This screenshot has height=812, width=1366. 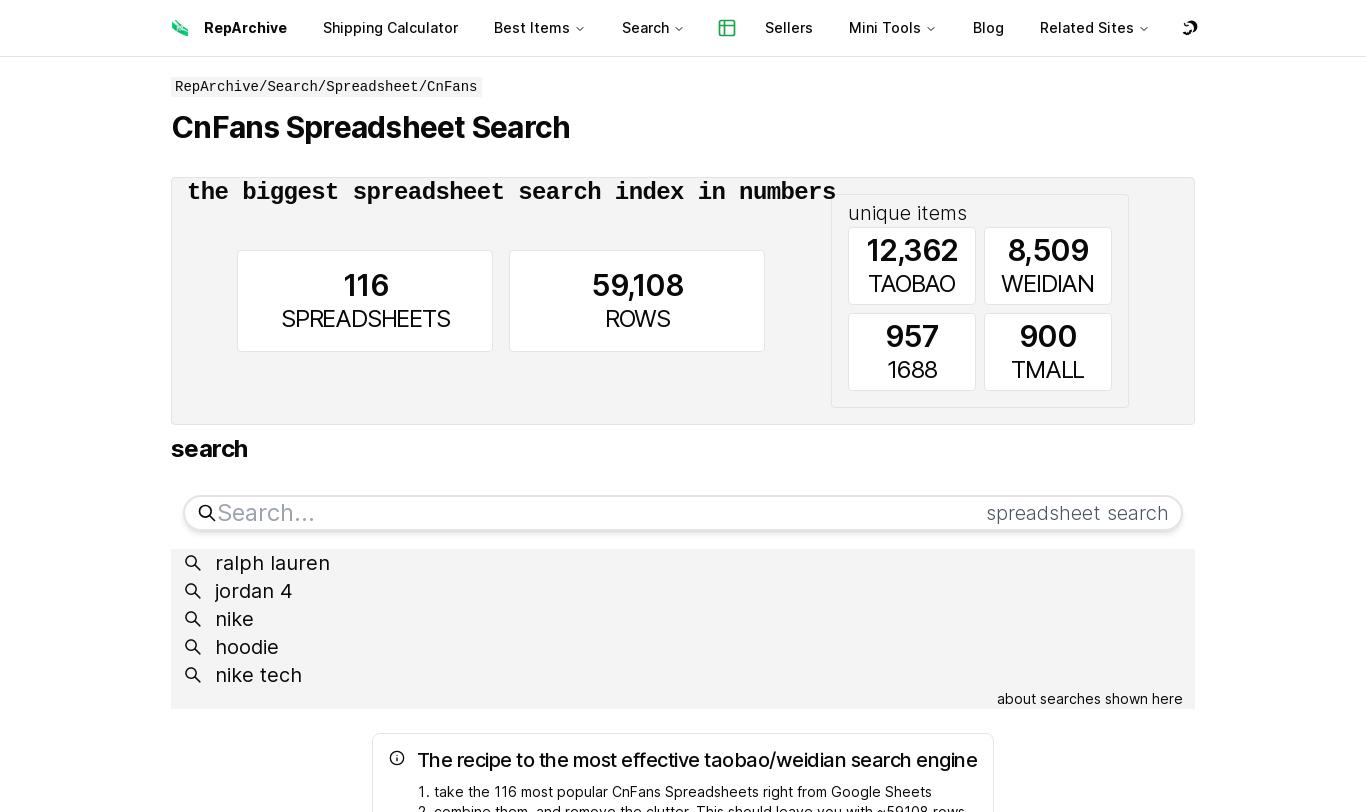 I want to click on '12,362', so click(x=909, y=250).